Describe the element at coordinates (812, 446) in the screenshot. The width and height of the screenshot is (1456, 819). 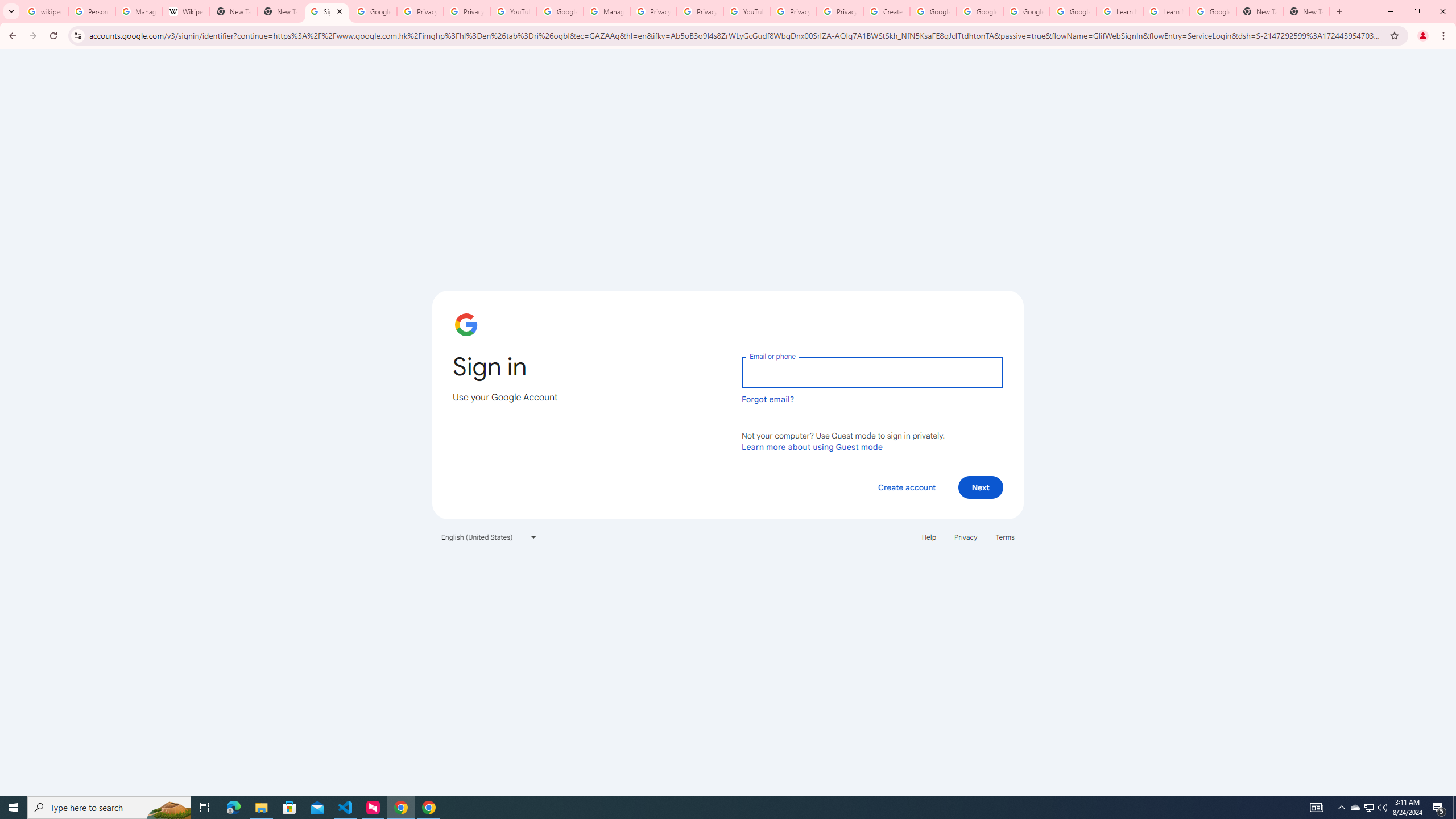
I see `'Learn more about using Guest mode'` at that location.